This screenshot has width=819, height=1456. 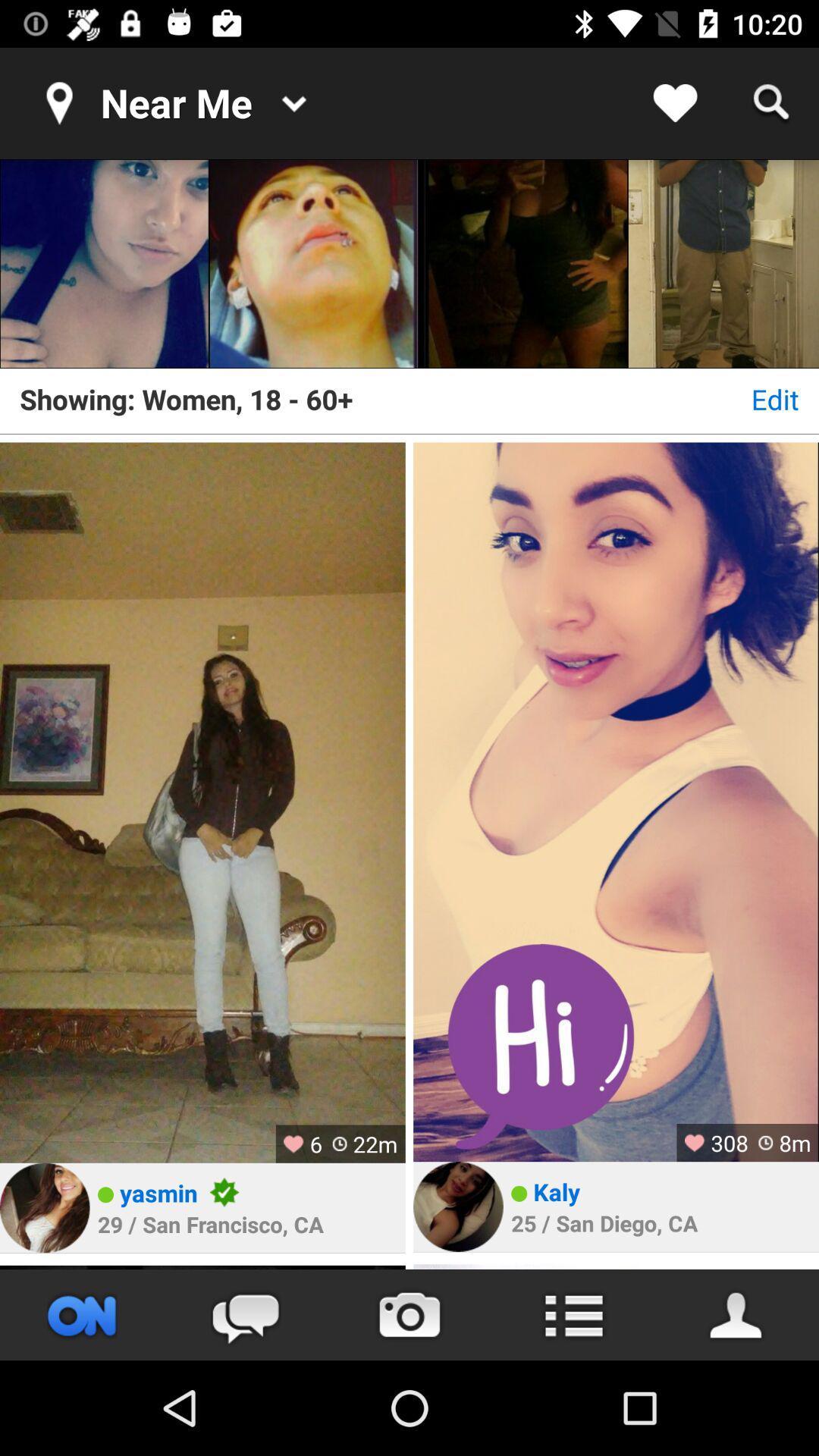 What do you see at coordinates (245, 1314) in the screenshot?
I see `chat` at bounding box center [245, 1314].